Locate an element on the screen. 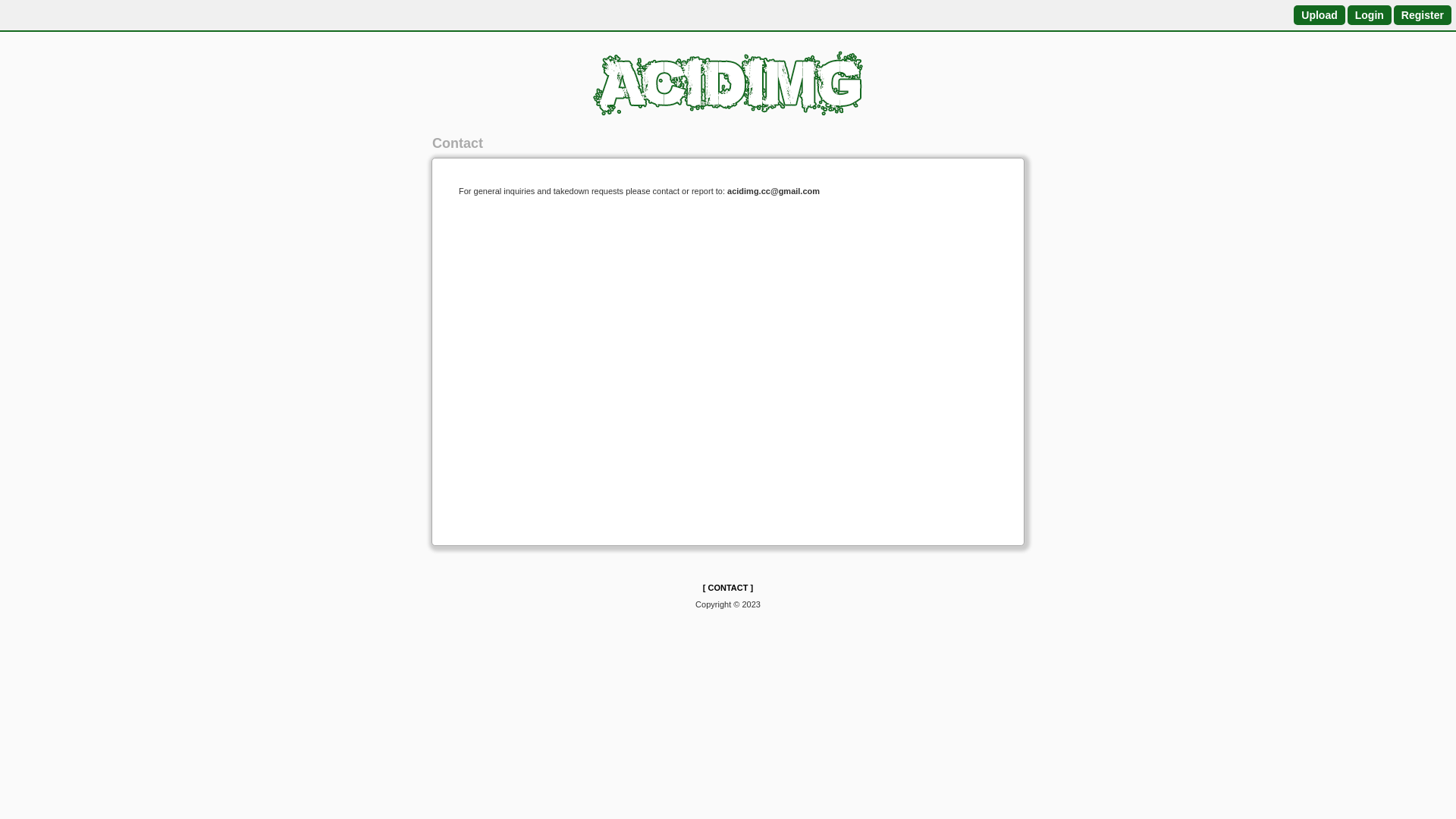 The image size is (1456, 819). '[ CONTACT ]' is located at coordinates (701, 587).